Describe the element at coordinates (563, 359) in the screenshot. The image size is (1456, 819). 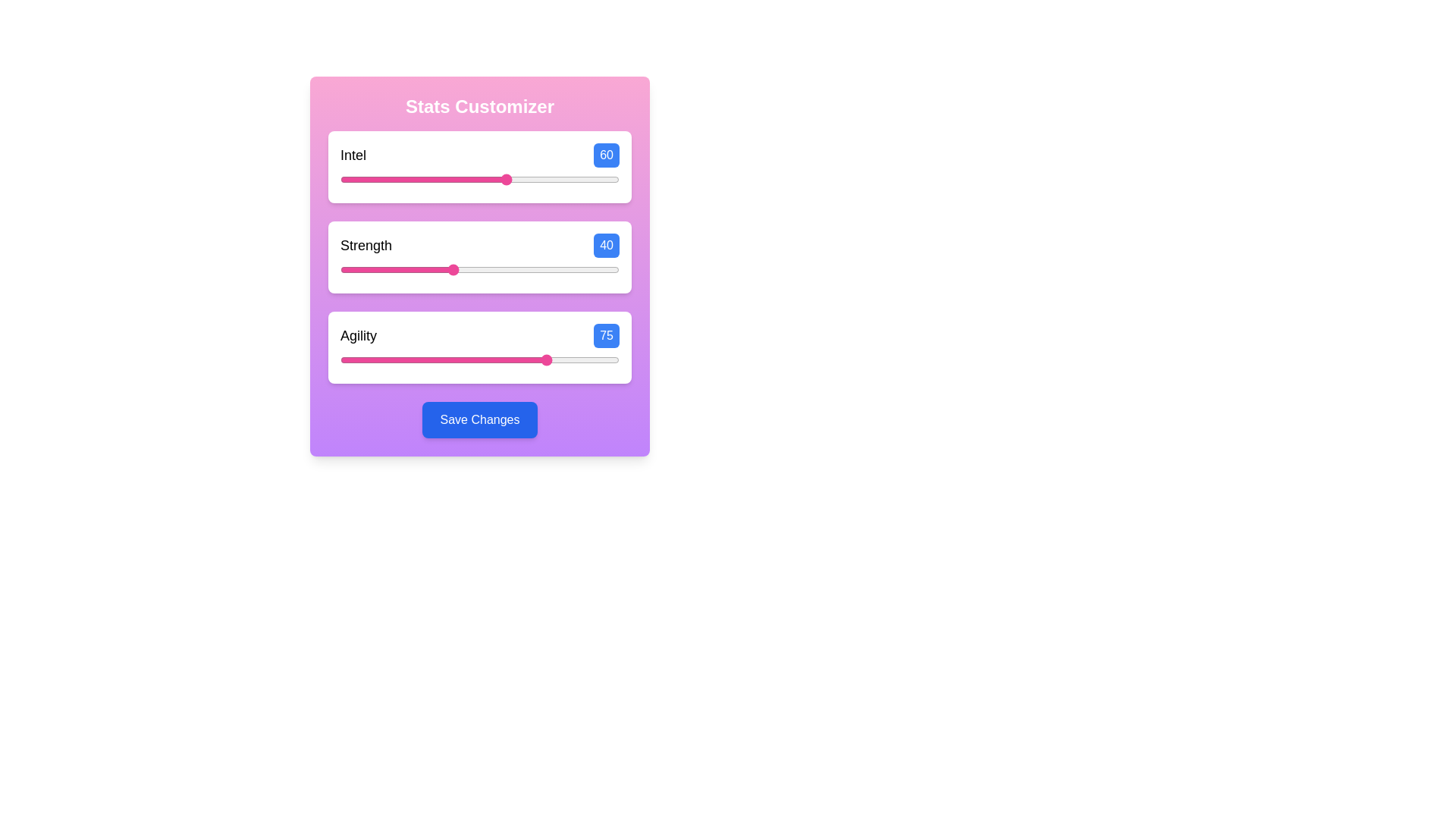
I see `the agility level` at that location.